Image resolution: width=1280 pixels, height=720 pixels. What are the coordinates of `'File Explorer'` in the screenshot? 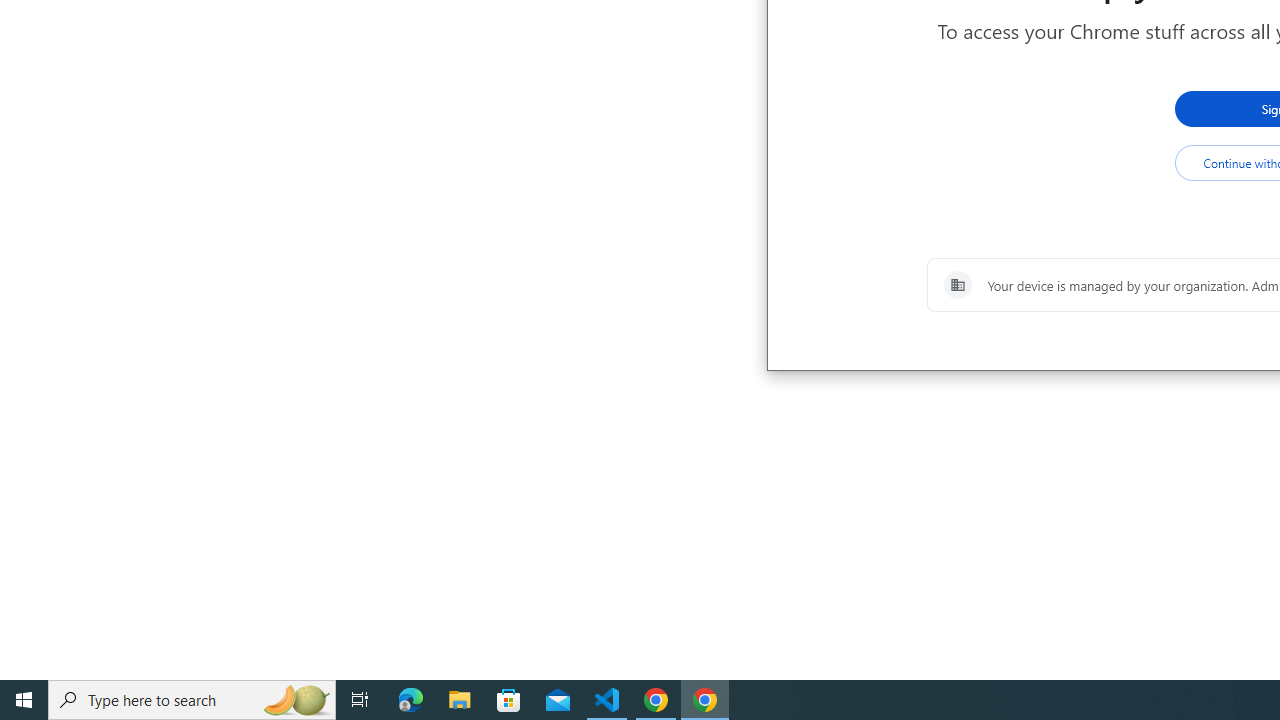 It's located at (459, 698).